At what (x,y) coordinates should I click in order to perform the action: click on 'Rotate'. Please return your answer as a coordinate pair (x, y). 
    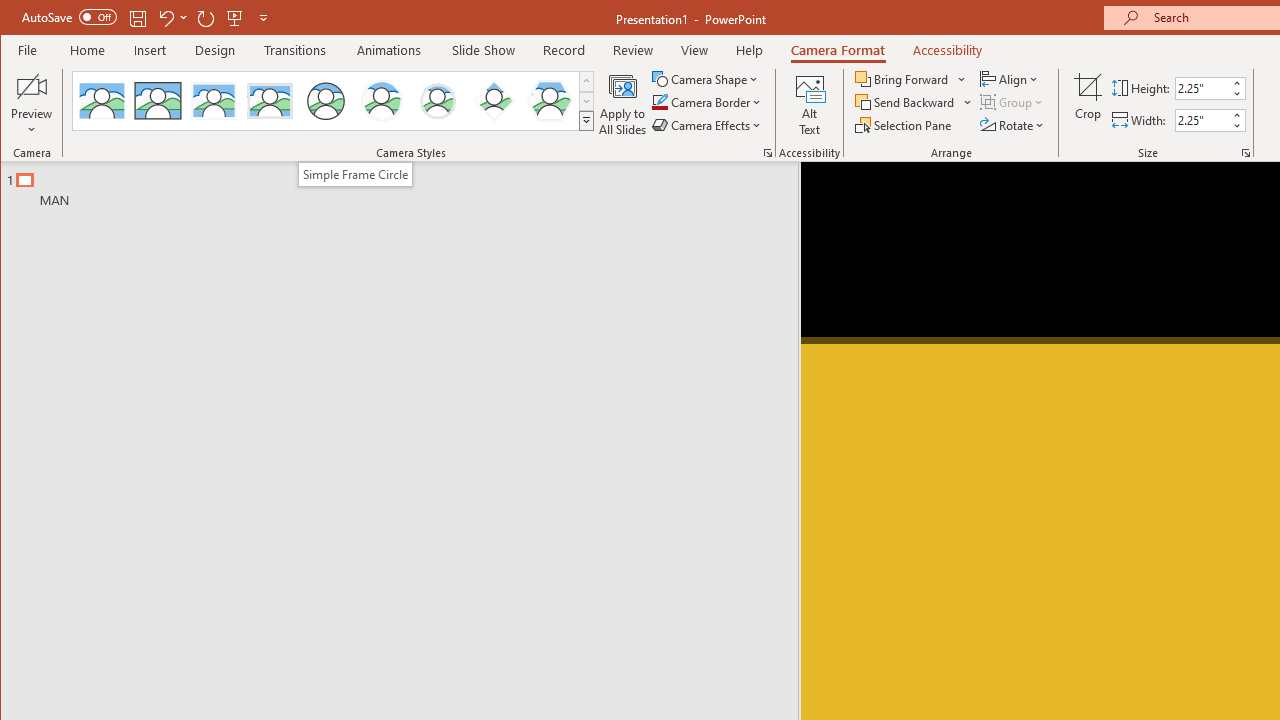
    Looking at the image, I should click on (1013, 125).